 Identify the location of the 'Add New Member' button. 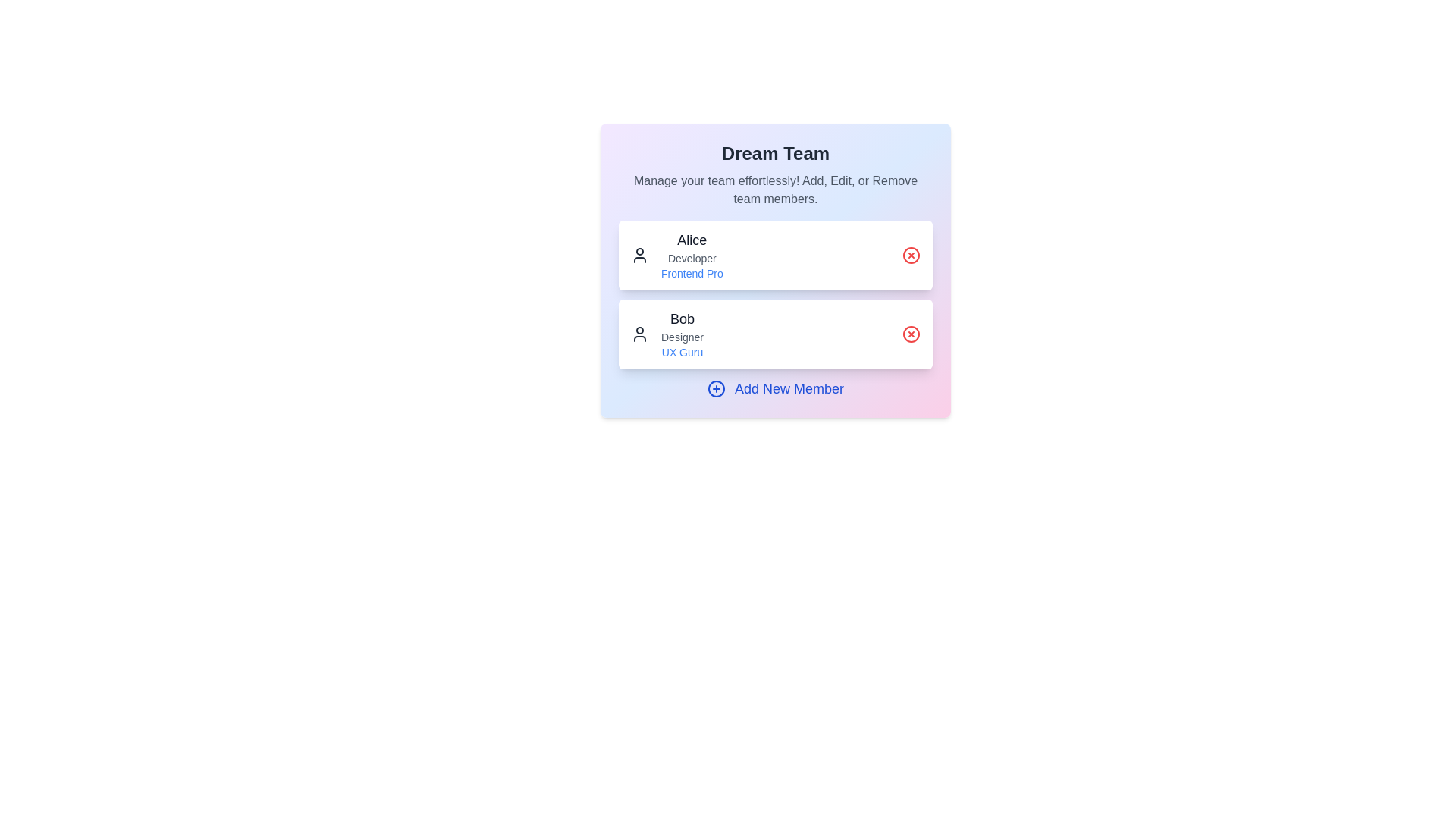
(775, 388).